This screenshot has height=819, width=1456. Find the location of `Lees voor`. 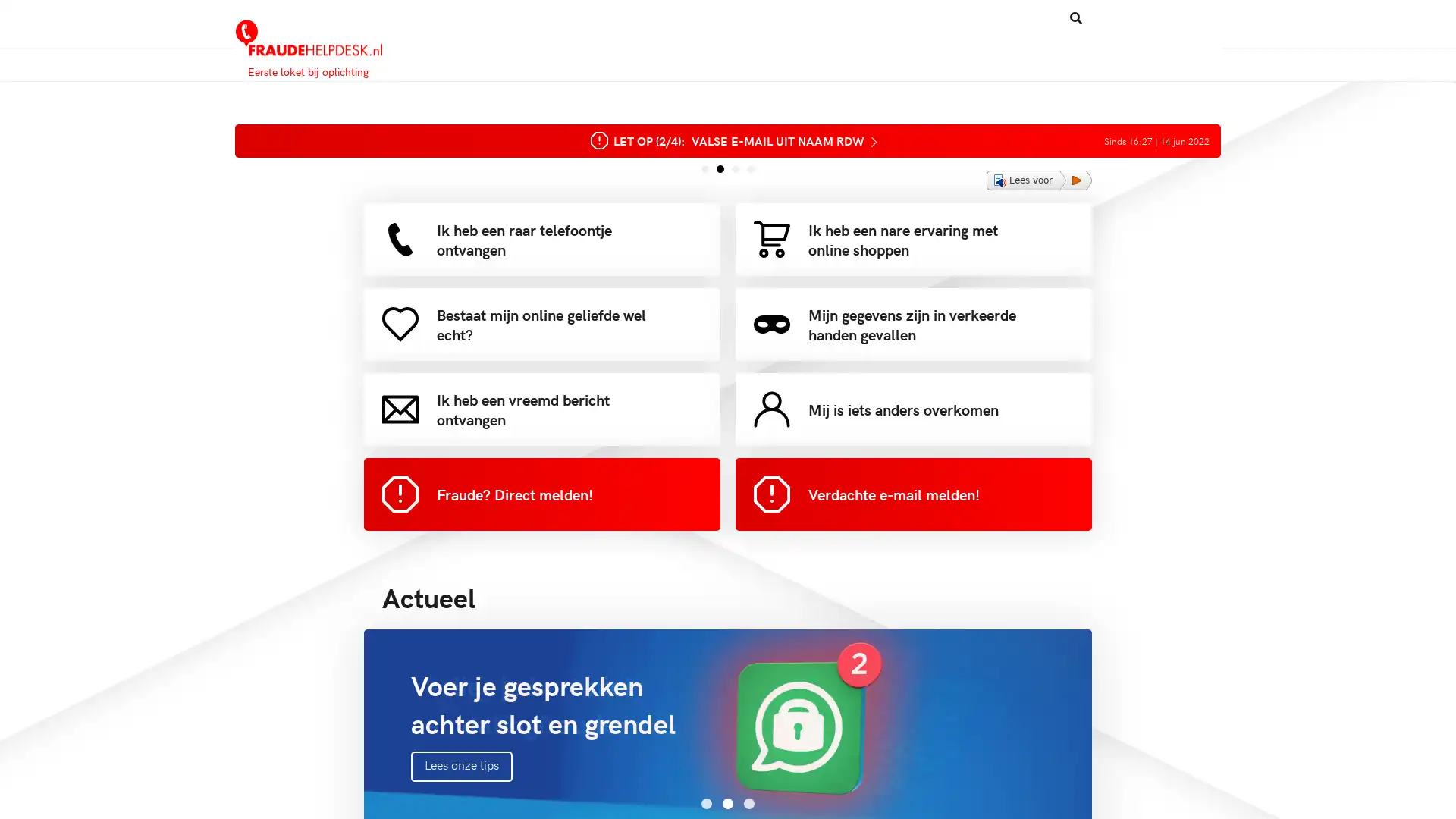

Lees voor is located at coordinates (1038, 180).